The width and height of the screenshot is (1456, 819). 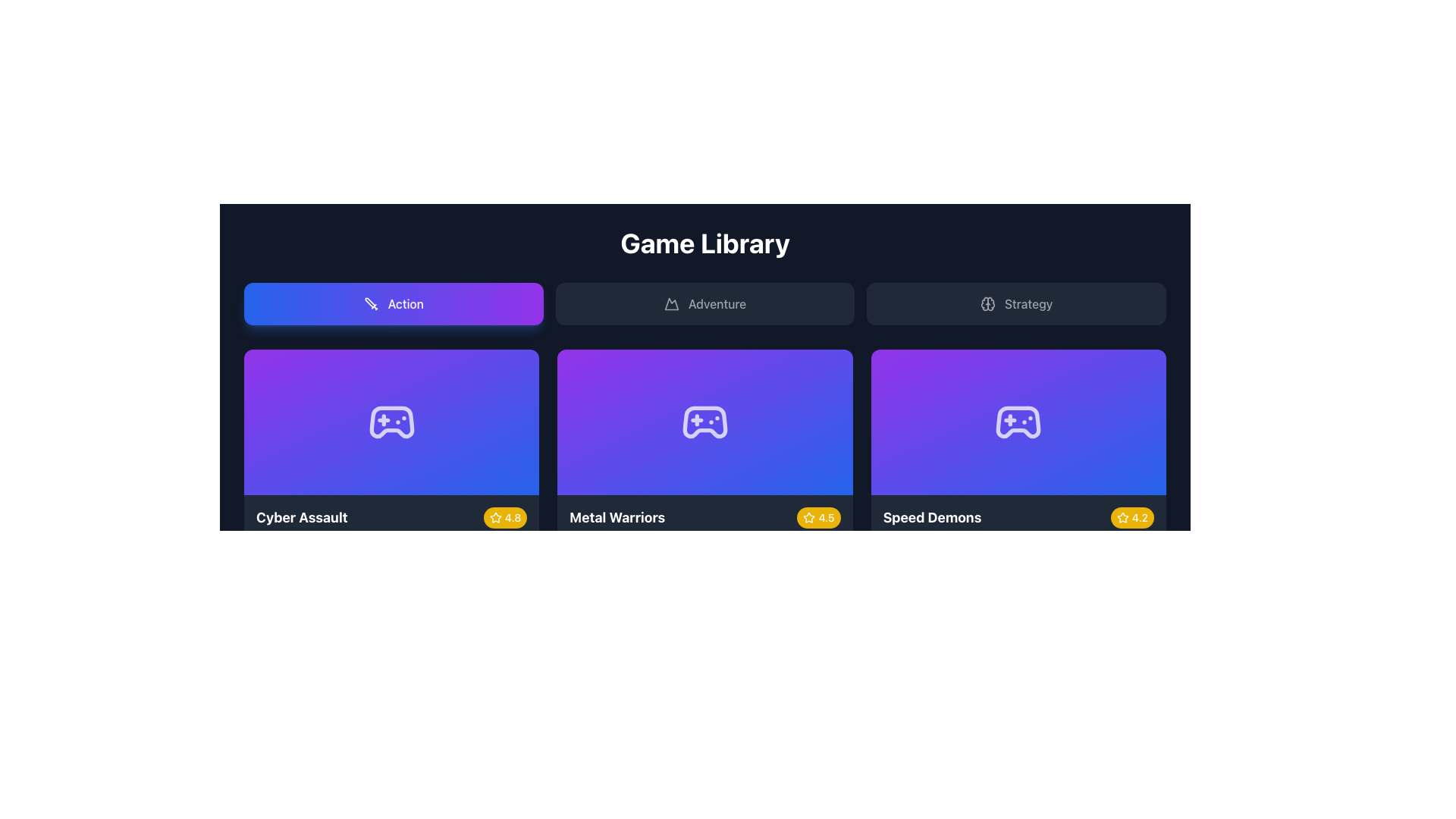 I want to click on the star icon with a white outline on a yellow background located to the left of the '4.2' text within the rating badge at the bottom right of the 'Speed Demons' card, so click(x=1122, y=516).